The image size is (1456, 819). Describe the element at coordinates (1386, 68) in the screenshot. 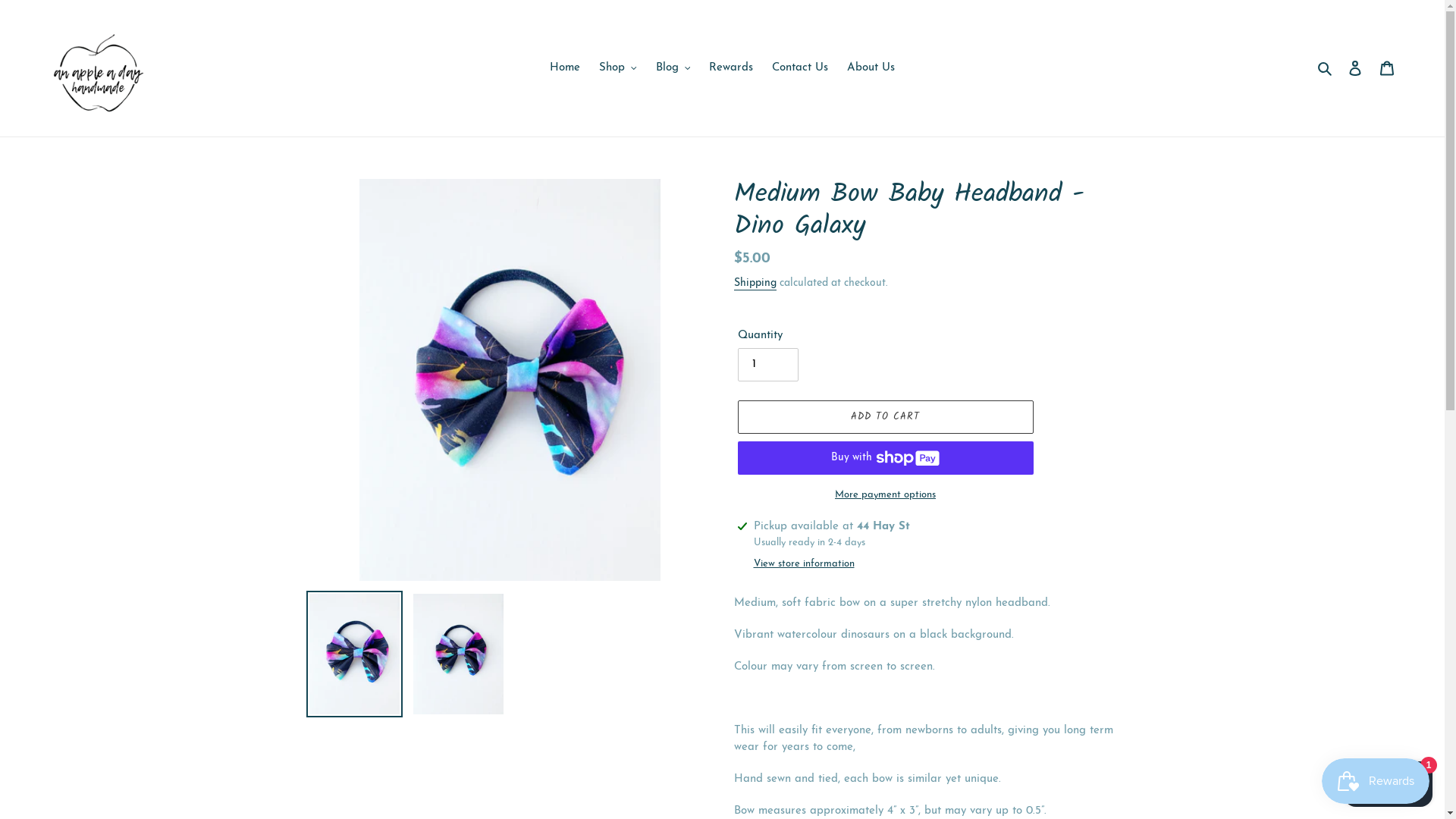

I see `'Cart'` at that location.